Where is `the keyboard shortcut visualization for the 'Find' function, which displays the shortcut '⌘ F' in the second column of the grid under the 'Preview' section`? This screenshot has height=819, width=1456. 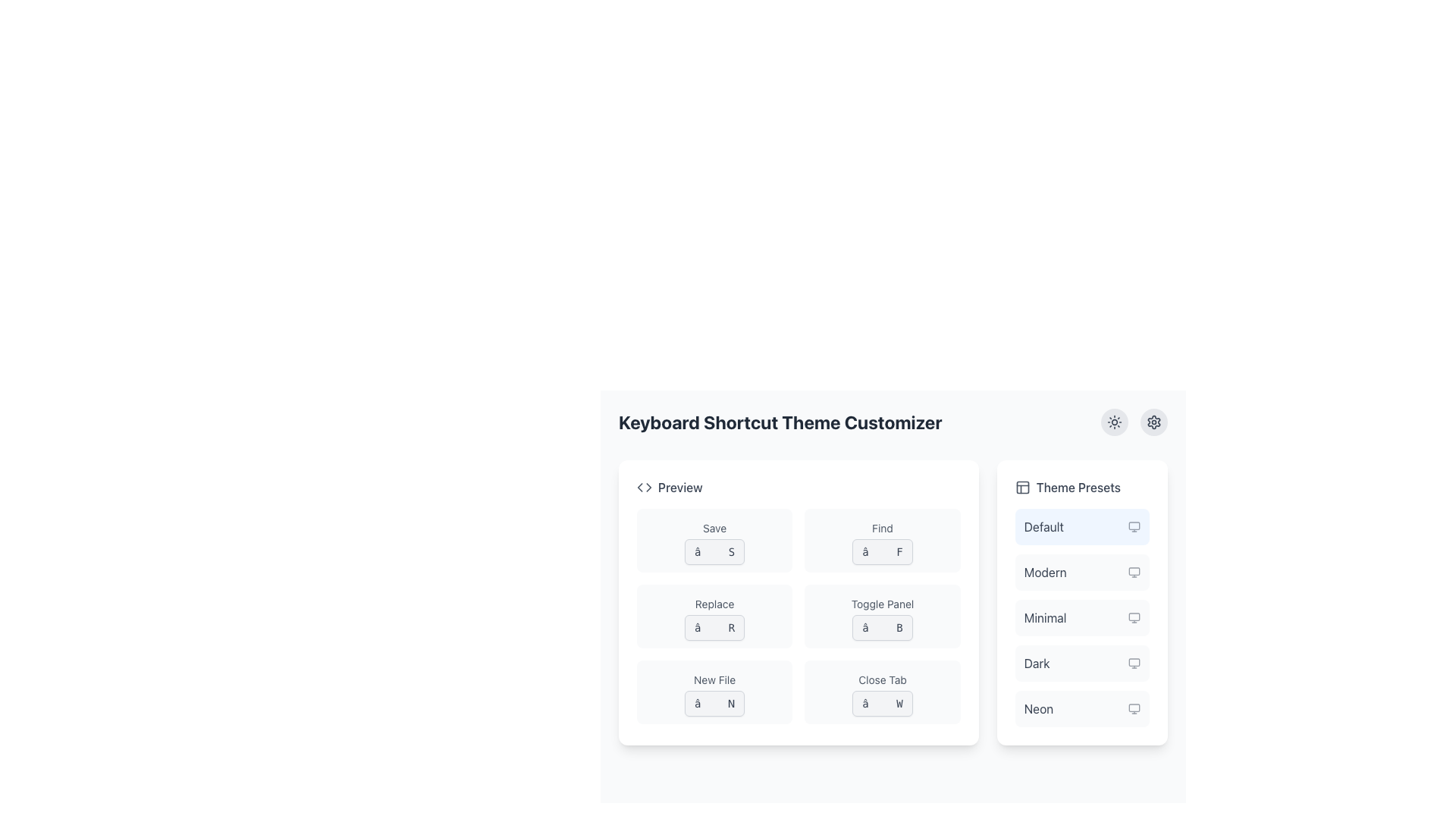
the keyboard shortcut visualization for the 'Find' function, which displays the shortcut '⌘ F' in the second column of the grid under the 'Preview' section is located at coordinates (882, 552).